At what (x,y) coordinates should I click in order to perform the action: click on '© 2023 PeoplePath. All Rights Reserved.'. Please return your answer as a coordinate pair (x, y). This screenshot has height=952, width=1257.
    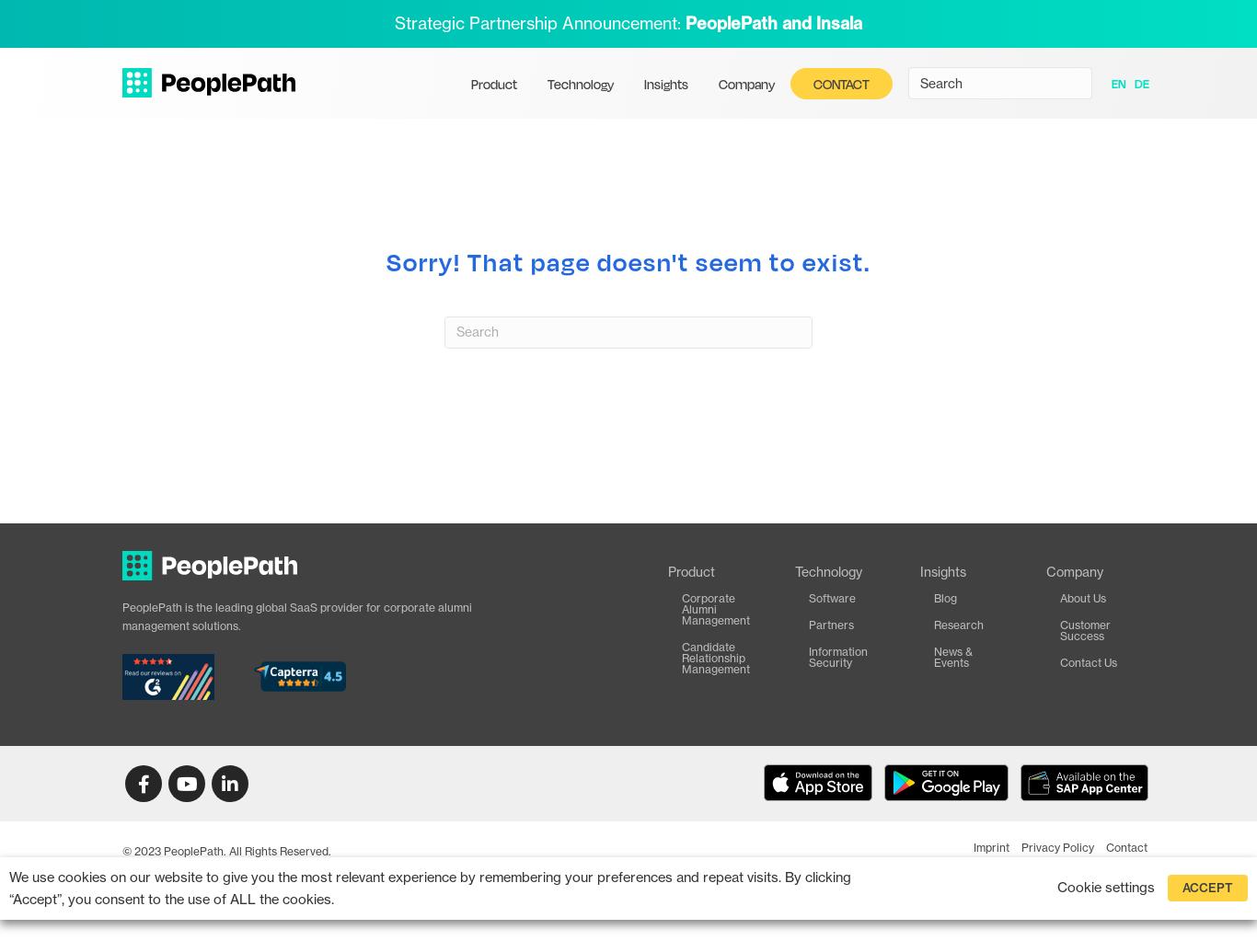
    Looking at the image, I should click on (226, 849).